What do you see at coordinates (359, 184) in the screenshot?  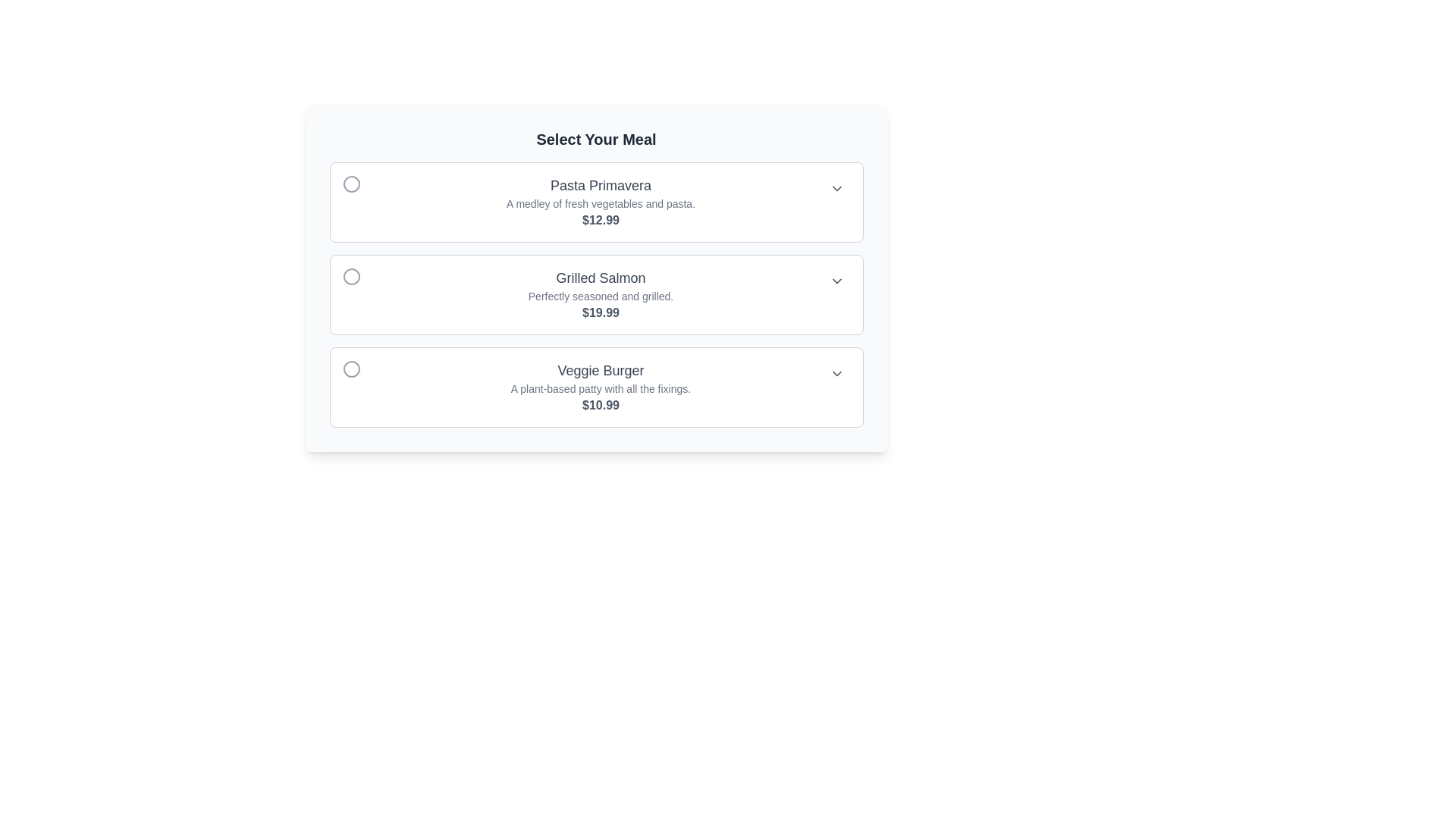 I see `the gray circular radio button` at bounding box center [359, 184].